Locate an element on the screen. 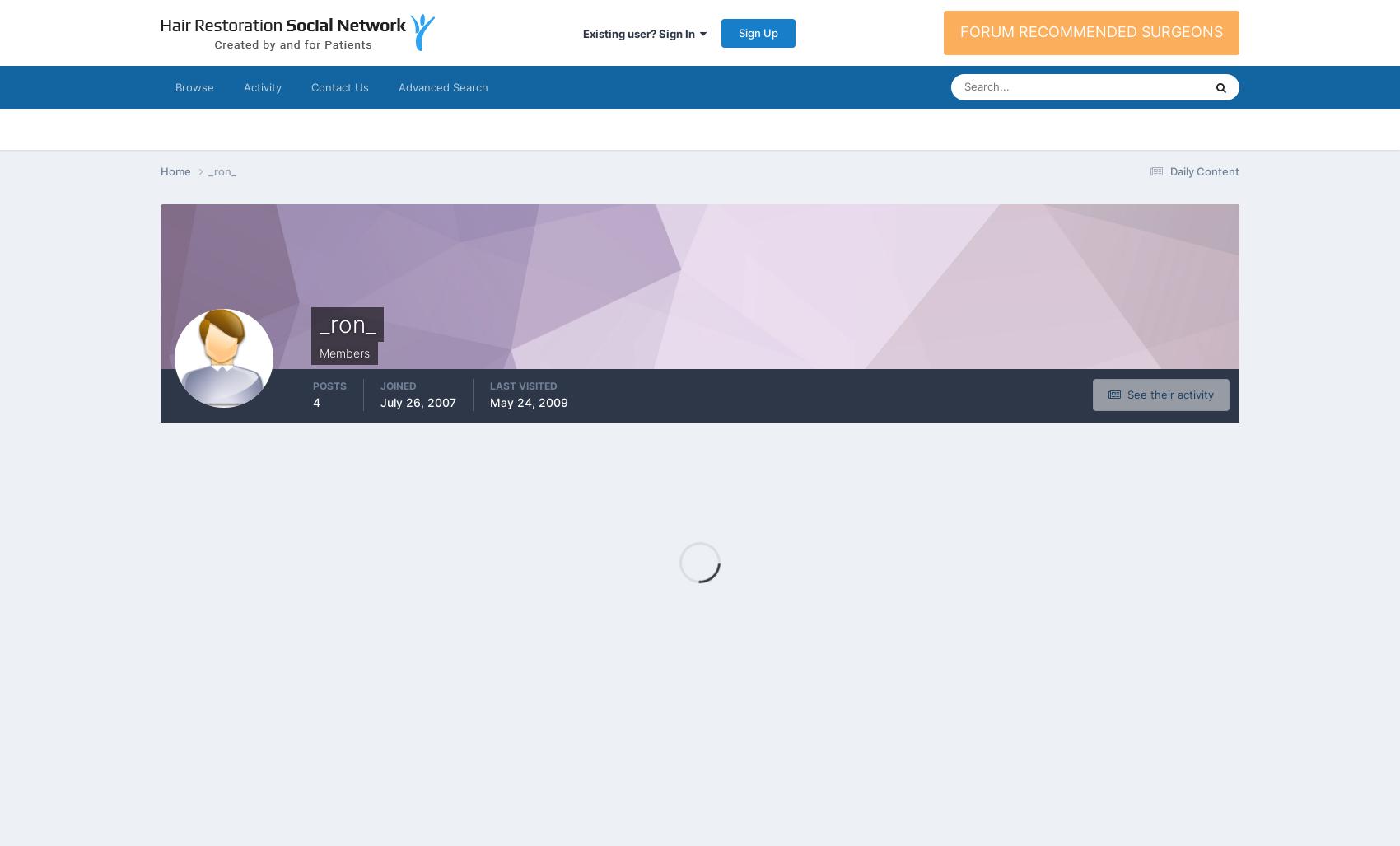 The width and height of the screenshot is (1400, 846). 'May 24, 2009' is located at coordinates (529, 402).